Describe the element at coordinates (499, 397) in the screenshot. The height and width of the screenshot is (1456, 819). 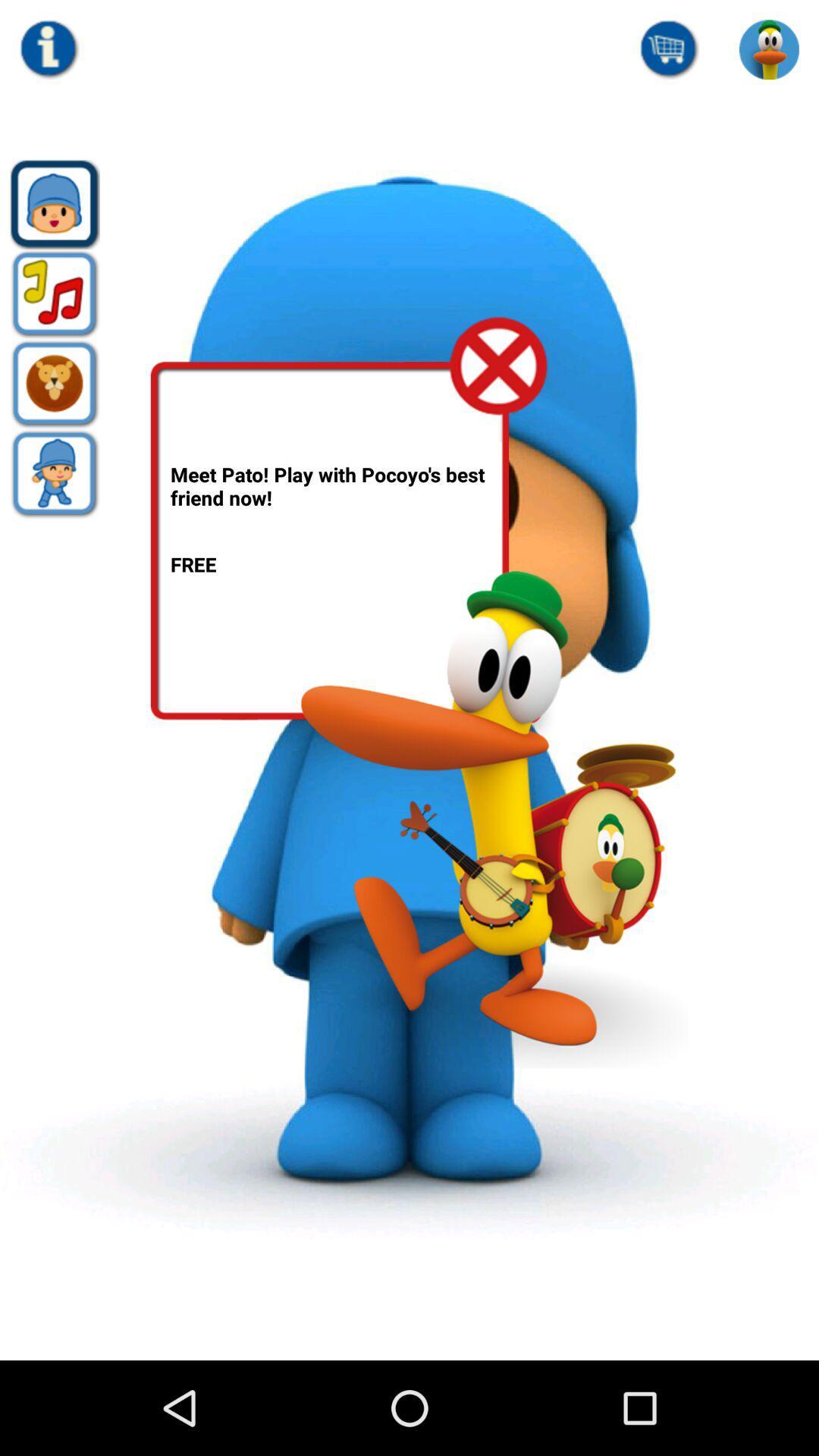
I see `the close icon` at that location.